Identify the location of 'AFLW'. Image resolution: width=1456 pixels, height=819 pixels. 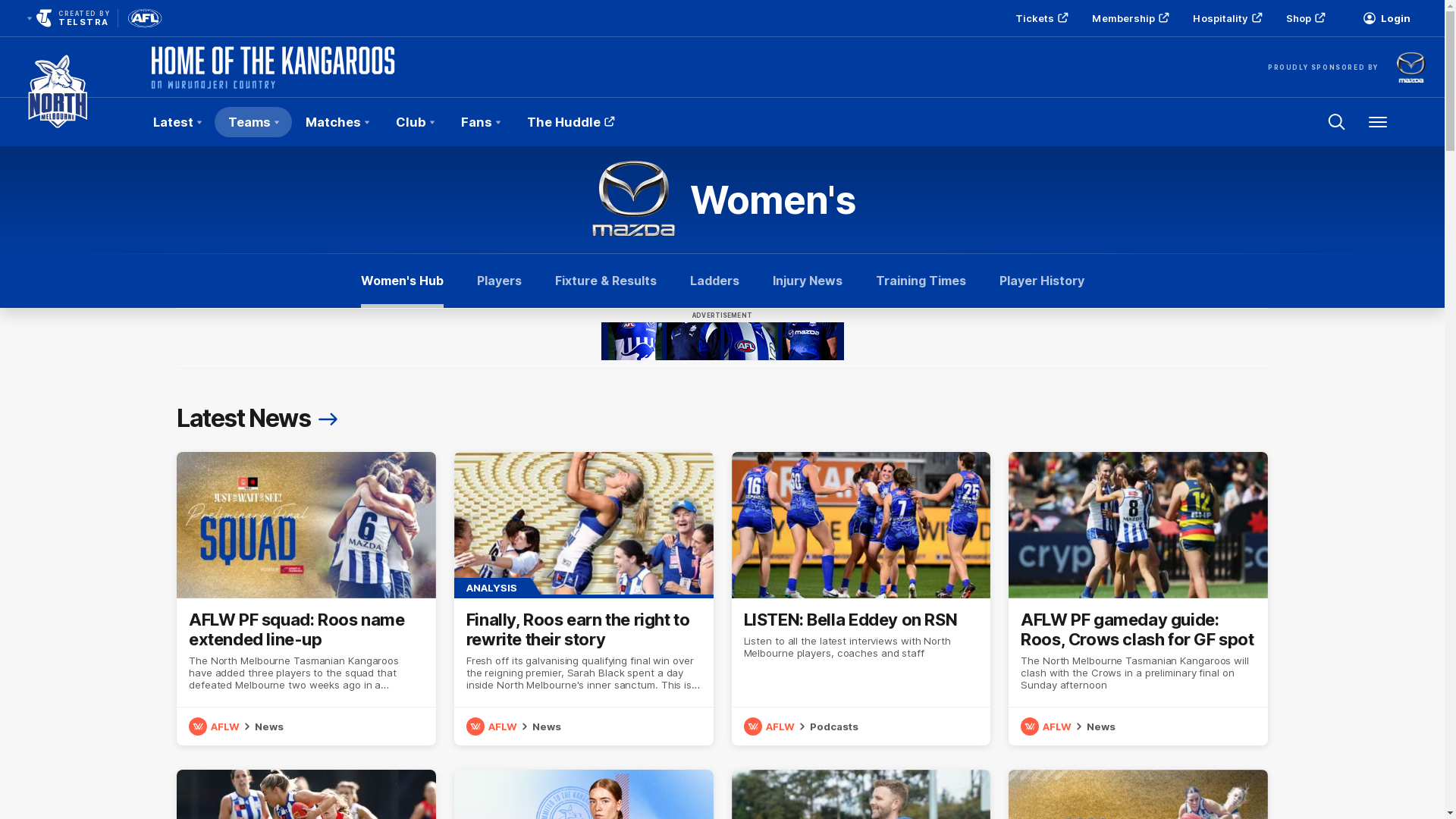
(1047, 725).